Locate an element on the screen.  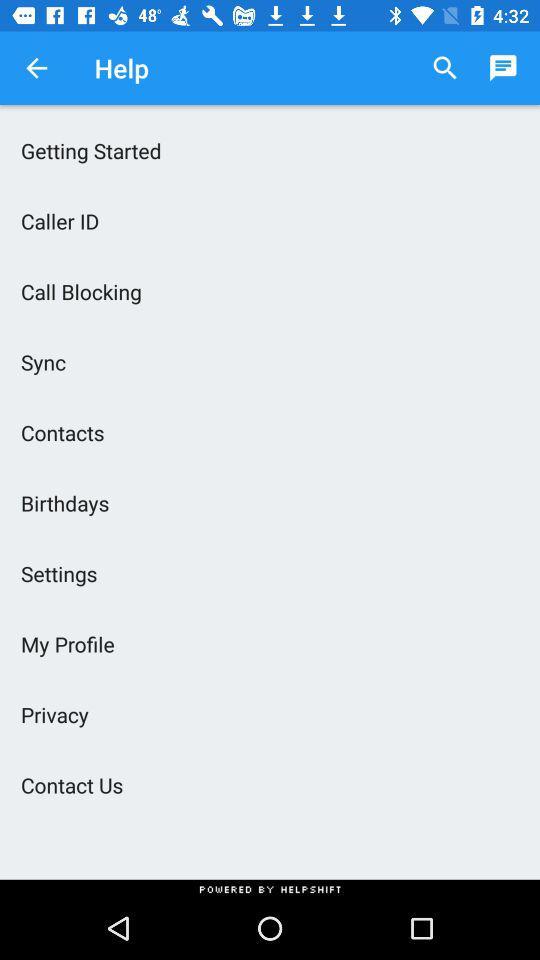
the icon above the call blocking is located at coordinates (270, 221).